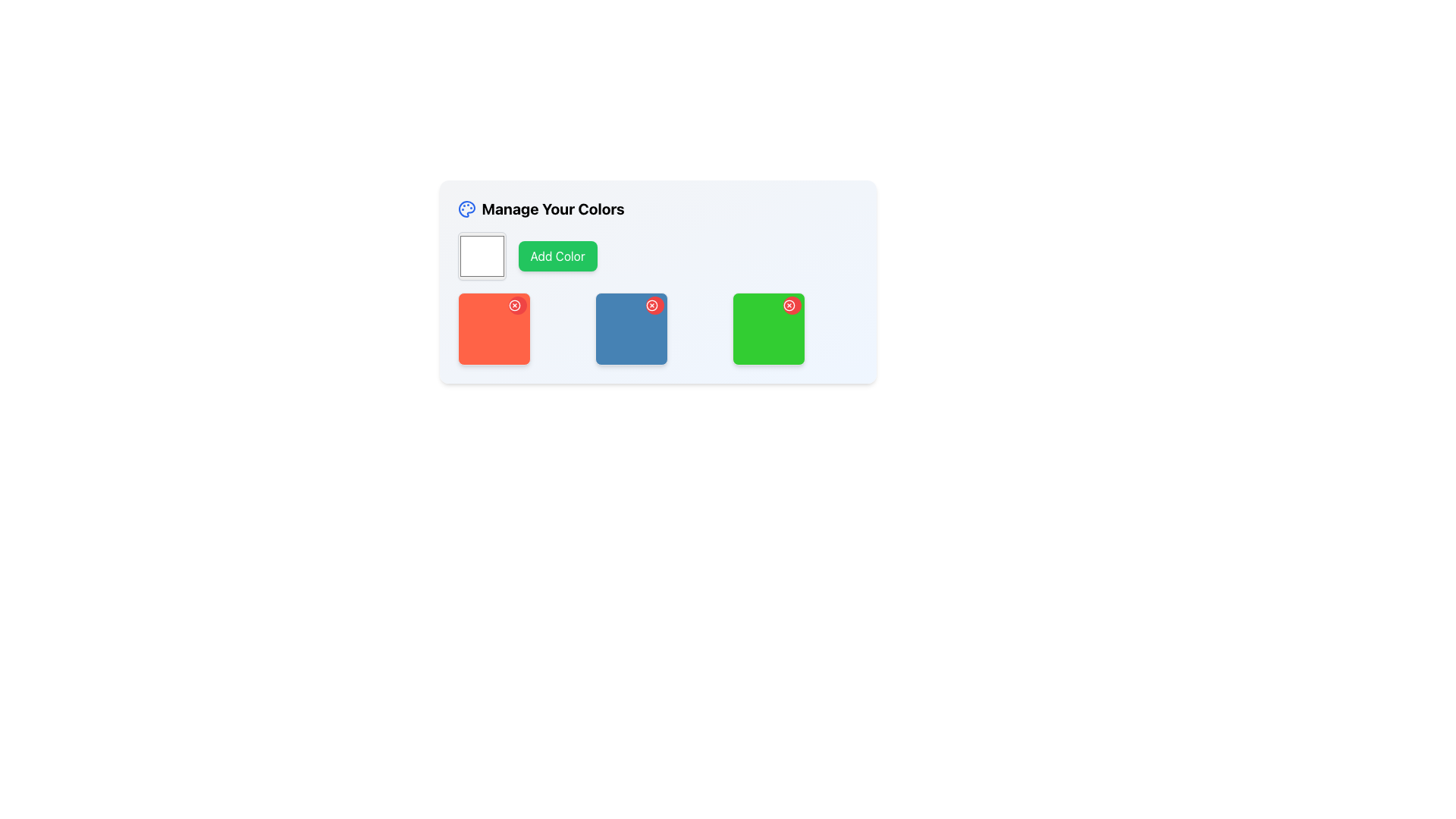 The height and width of the screenshot is (819, 1456). Describe the element at coordinates (789, 305) in the screenshot. I see `the deletion button associated with the green tile located in the top-right corner of the grid layout to receive additional information or visual feedback` at that location.